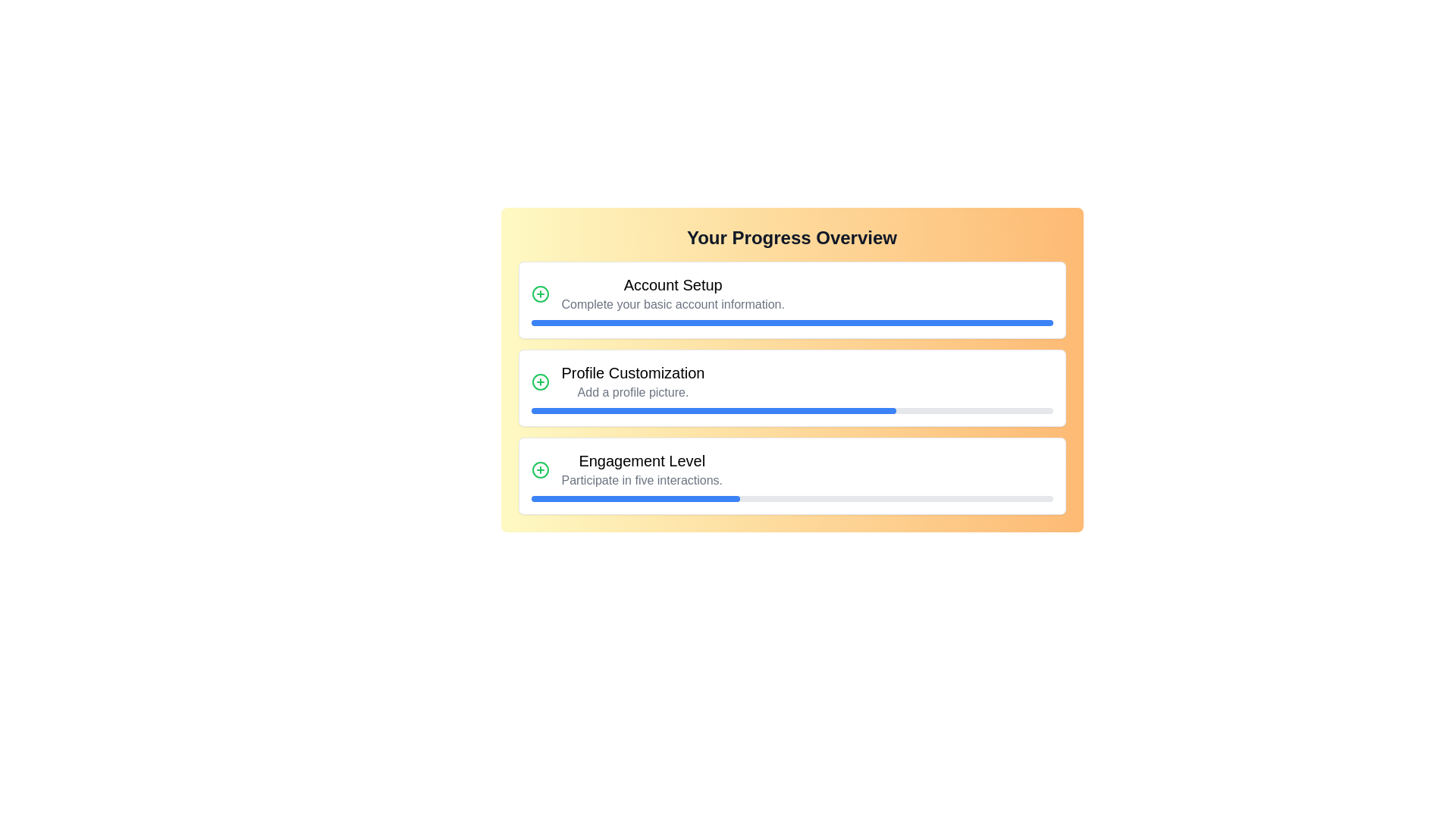 This screenshot has height=819, width=1456. I want to click on the green circular icon with a centered cross, located to the left of the 'Account Setup' text in the 'Your Progress Overview' interface, to initiate an action, so click(540, 294).